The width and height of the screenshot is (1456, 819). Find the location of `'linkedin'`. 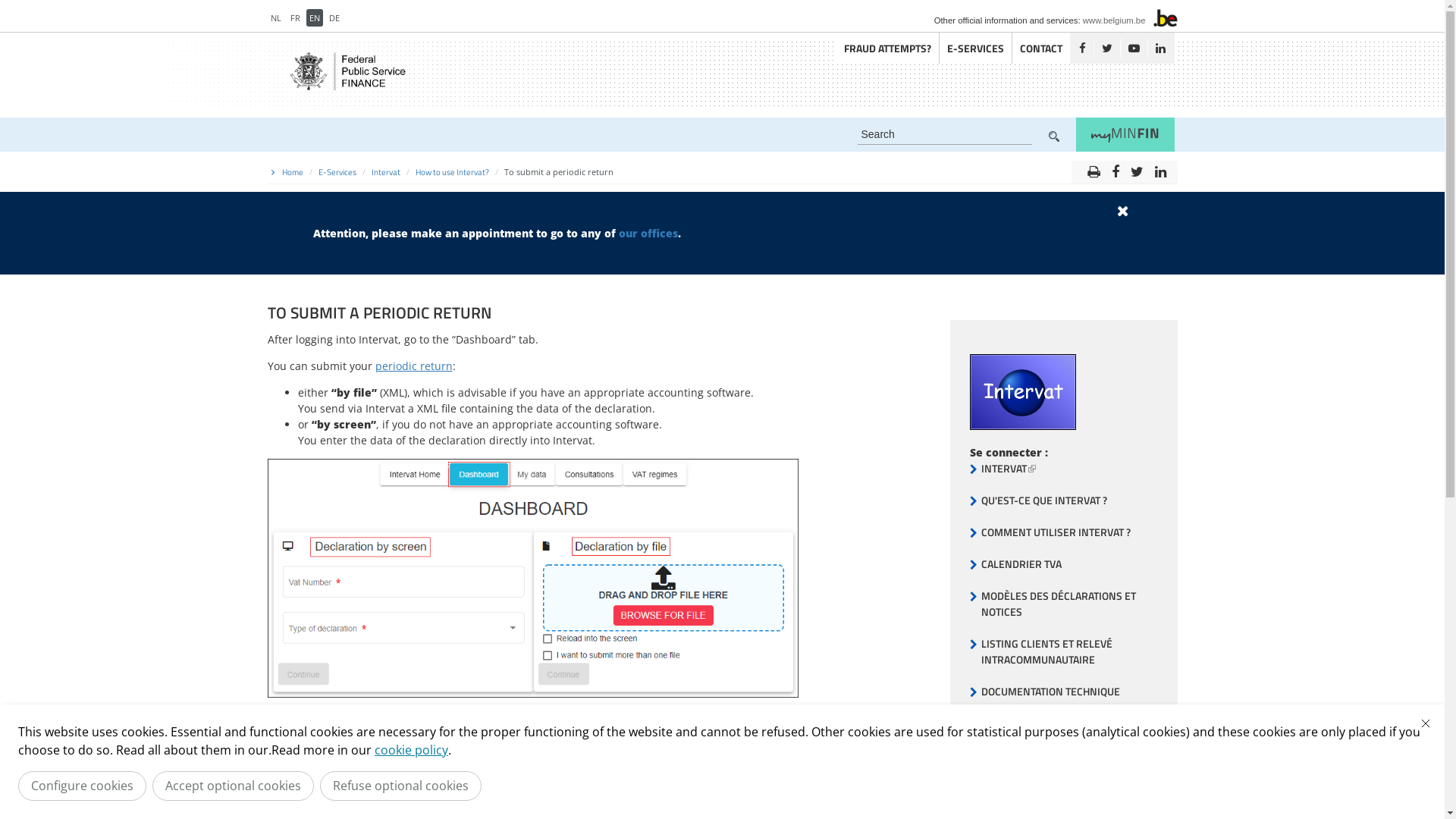

'linkedin' is located at coordinates (1159, 168).